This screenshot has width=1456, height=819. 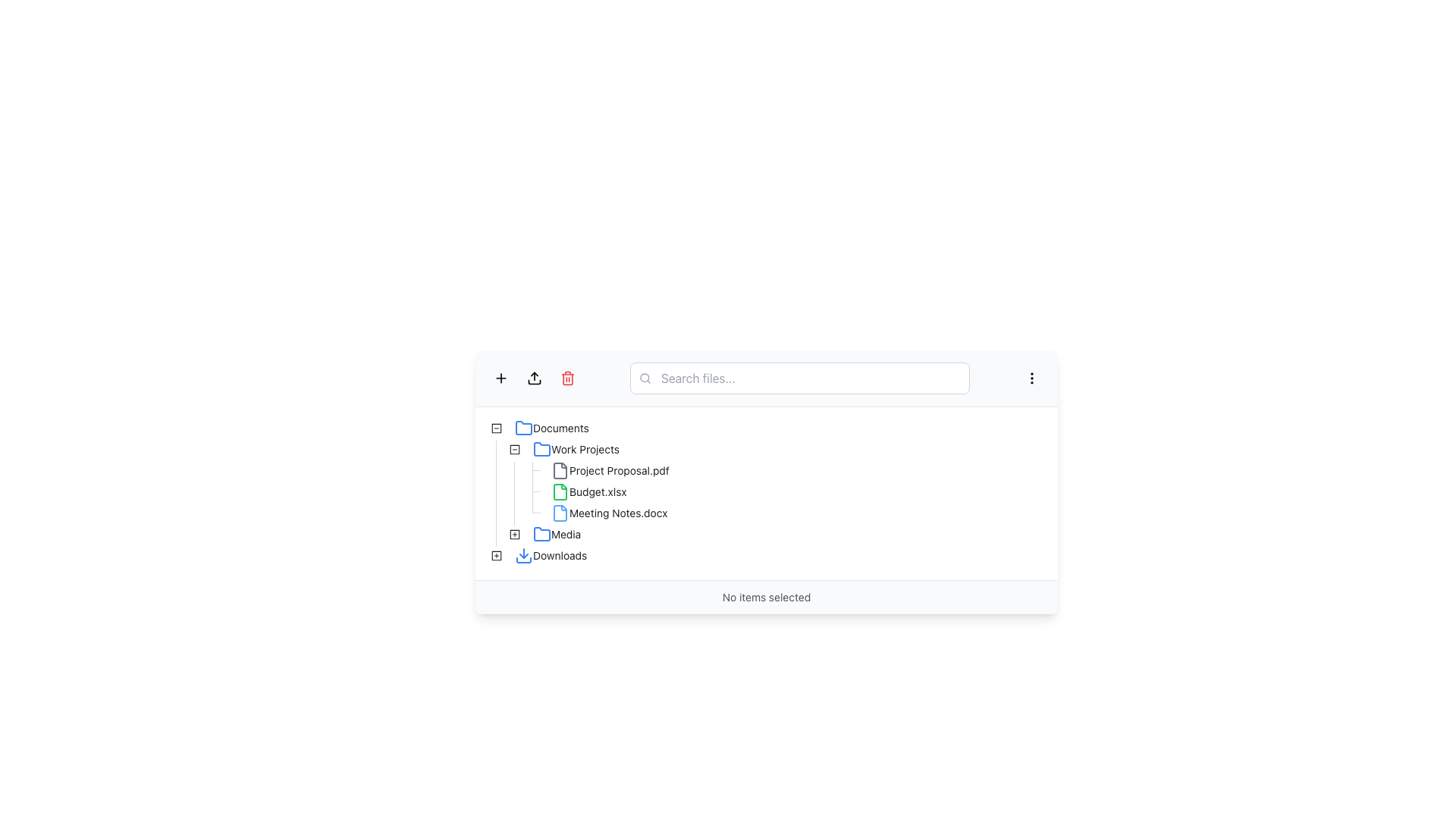 What do you see at coordinates (560, 491) in the screenshot?
I see `the document icon with a green outline that represents 'Budget.xlsx' located in the file tree structure under 'Documents' > 'Work Projects'` at bounding box center [560, 491].